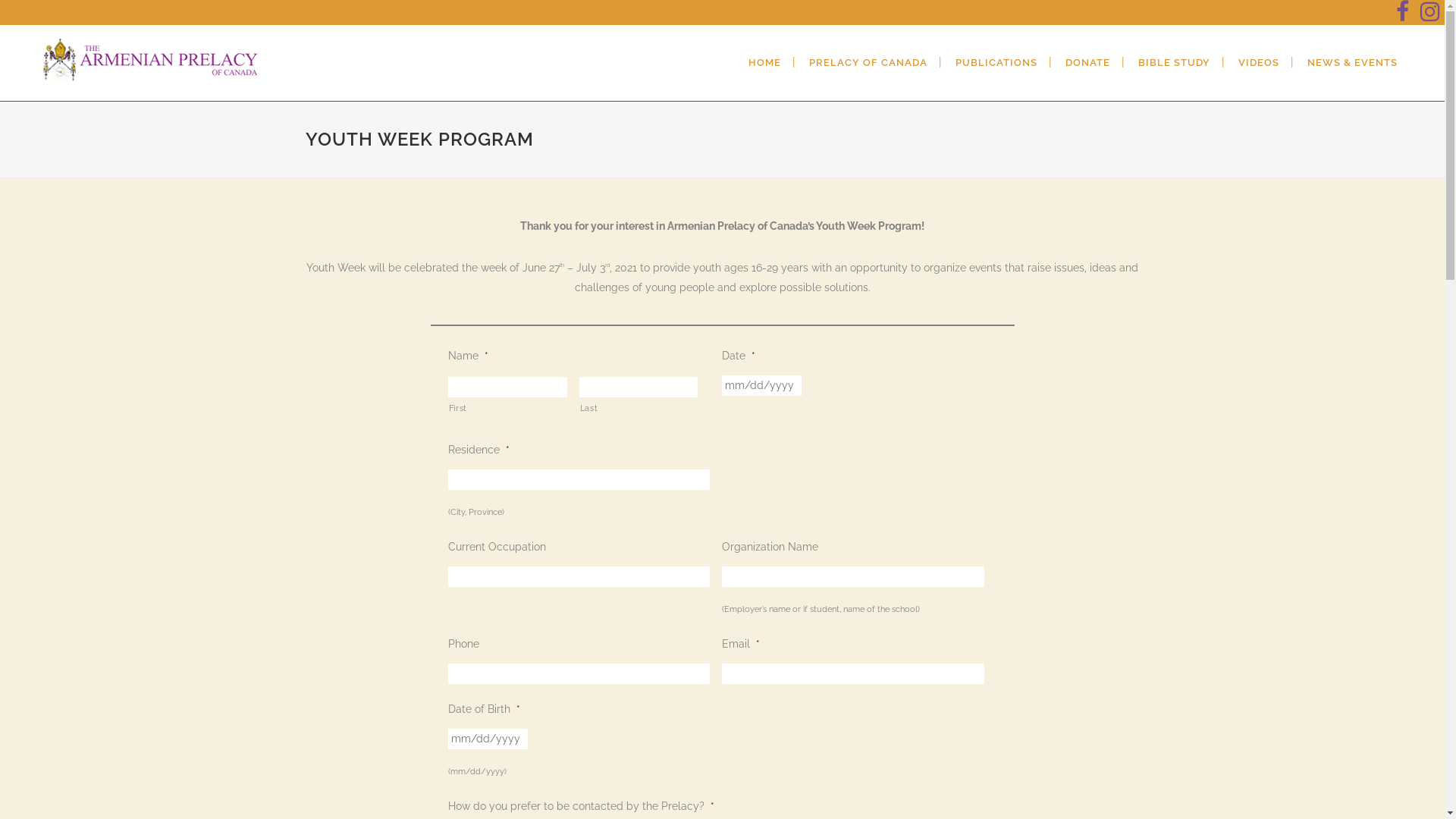 Image resolution: width=1456 pixels, height=819 pixels. I want to click on 'DONATE', so click(1087, 62).